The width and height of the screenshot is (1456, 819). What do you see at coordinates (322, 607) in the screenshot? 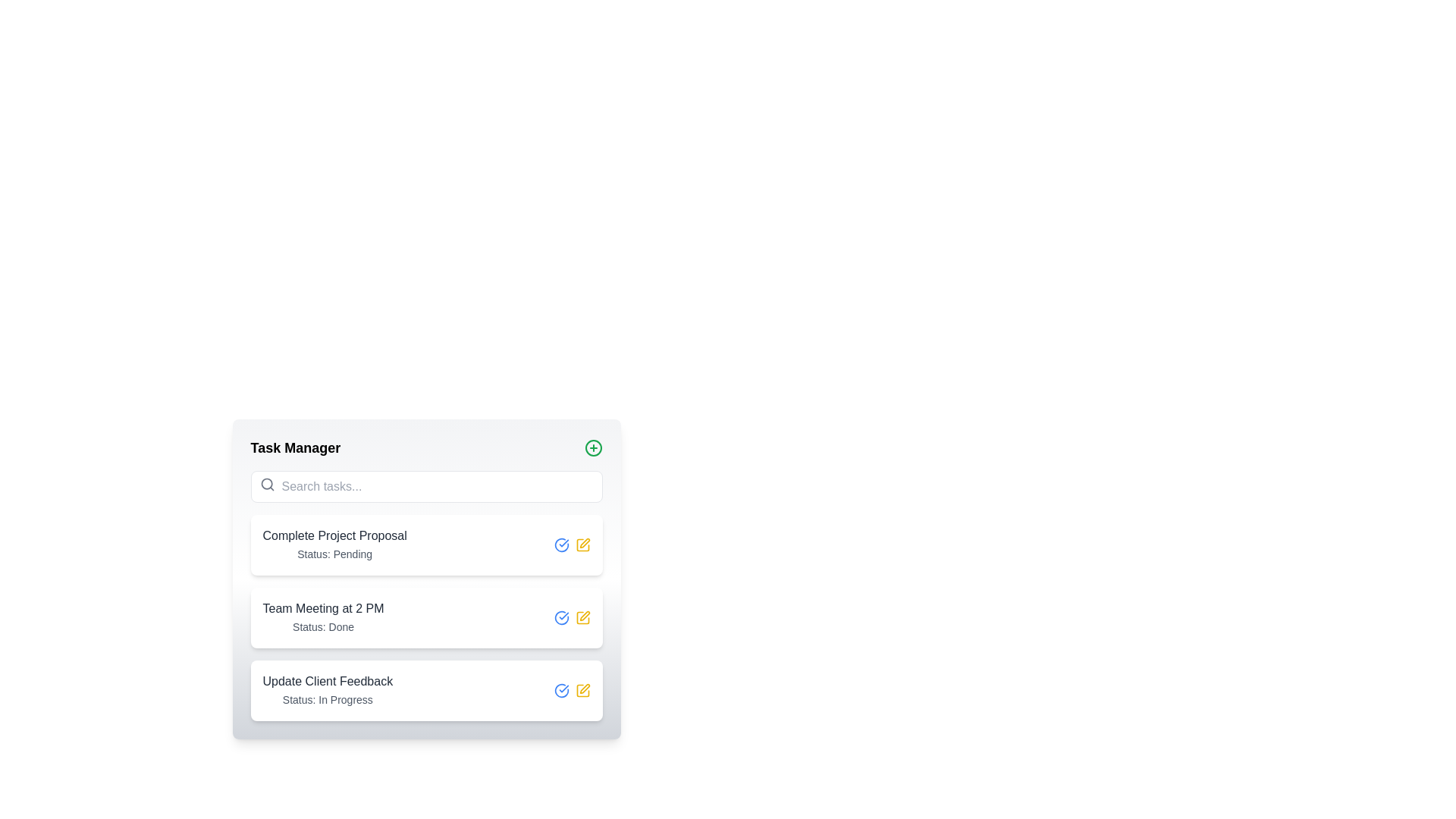
I see `the text label that reads 'Team Meeting at 2 PM' within the task manager interface` at bounding box center [322, 607].